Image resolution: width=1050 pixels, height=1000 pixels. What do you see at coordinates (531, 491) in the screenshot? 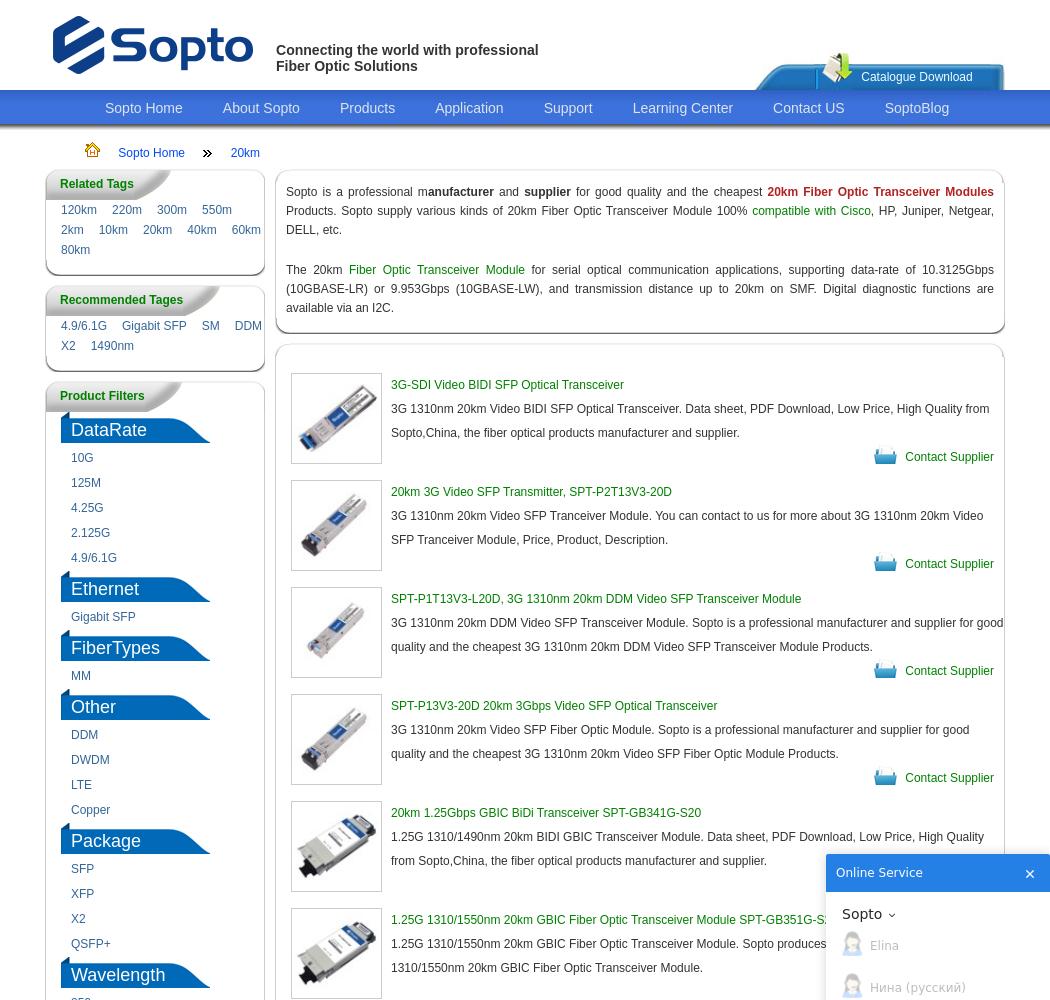
I see `'20km 3G Video SFP Transmitter, SPT-P2T13V3-20D'` at bounding box center [531, 491].